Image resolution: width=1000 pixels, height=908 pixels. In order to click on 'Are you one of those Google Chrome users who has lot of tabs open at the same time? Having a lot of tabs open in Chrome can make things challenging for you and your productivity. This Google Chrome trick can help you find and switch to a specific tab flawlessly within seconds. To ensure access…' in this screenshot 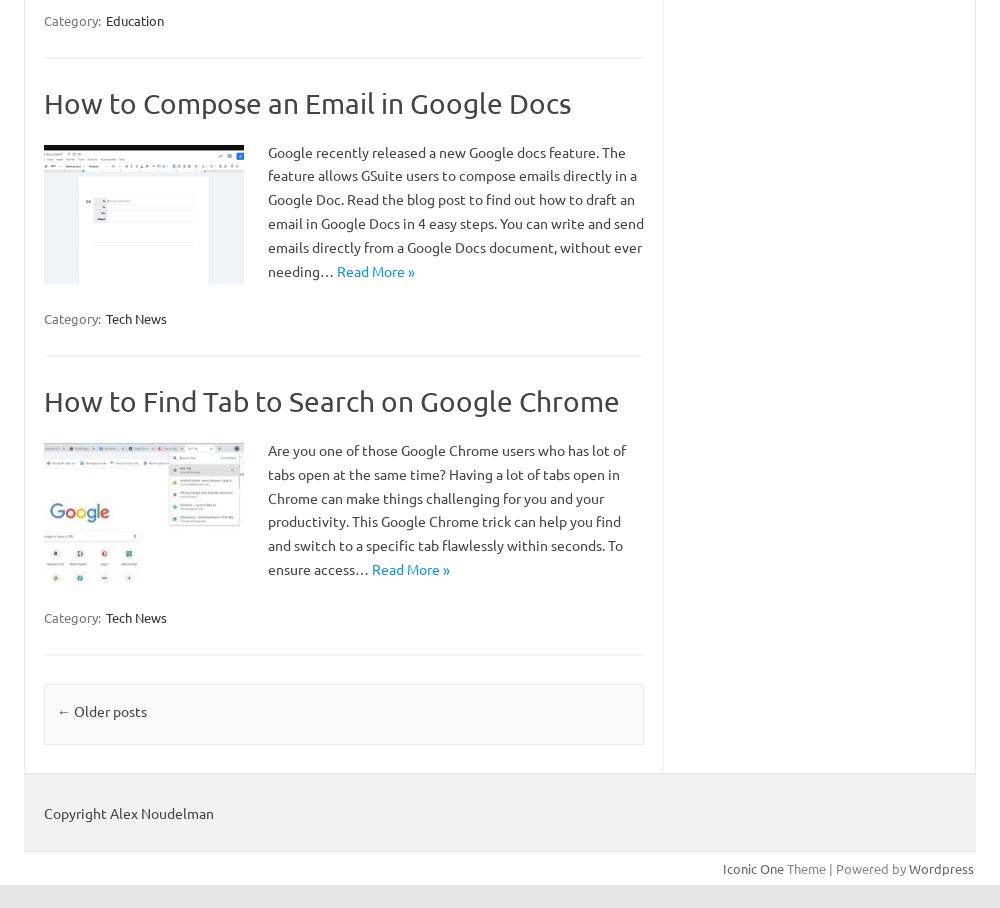, I will do `click(446, 509)`.